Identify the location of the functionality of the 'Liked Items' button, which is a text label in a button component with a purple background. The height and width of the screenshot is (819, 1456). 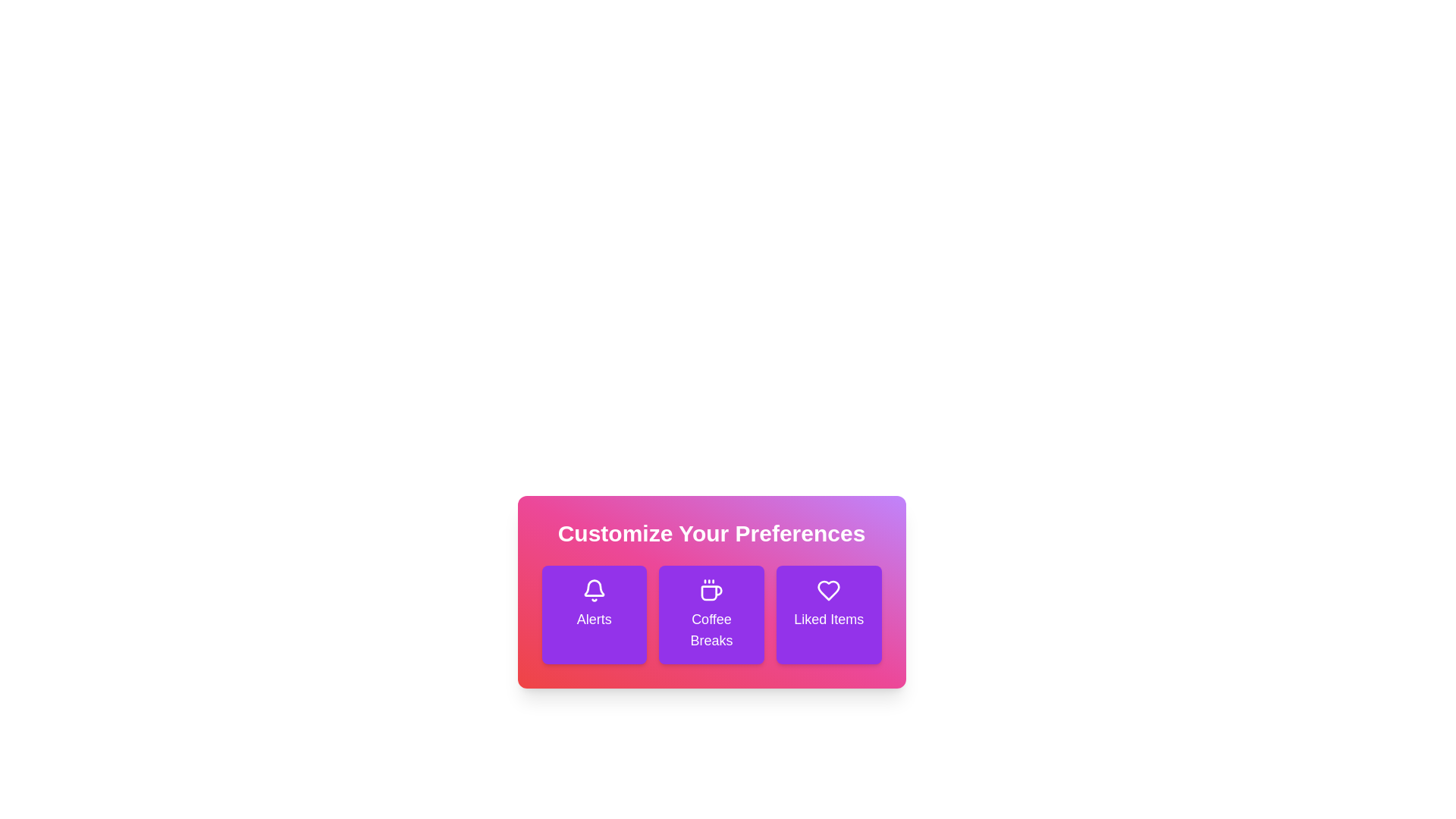
(828, 620).